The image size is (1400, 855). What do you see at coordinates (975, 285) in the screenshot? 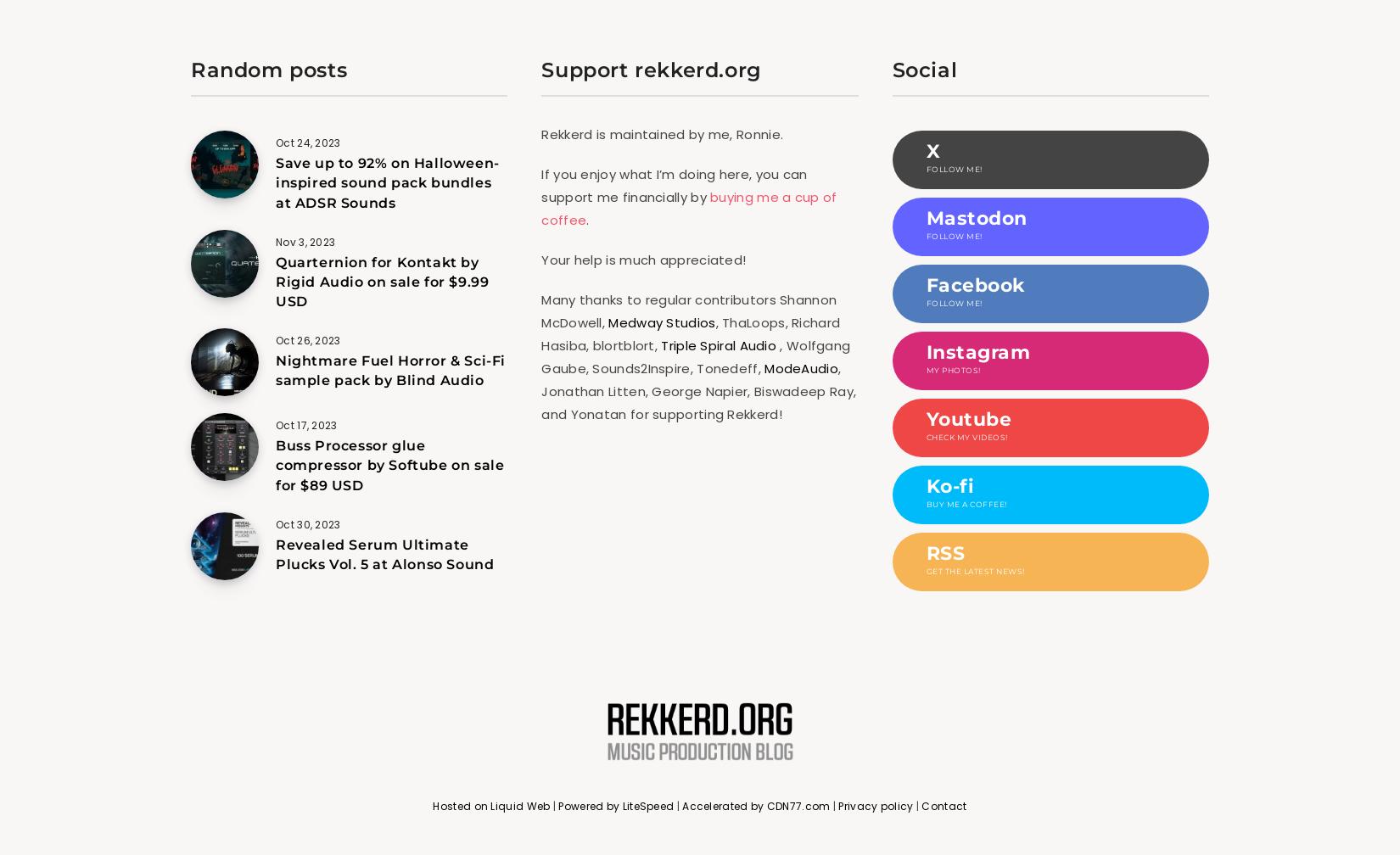
I see `'Facebook'` at bounding box center [975, 285].